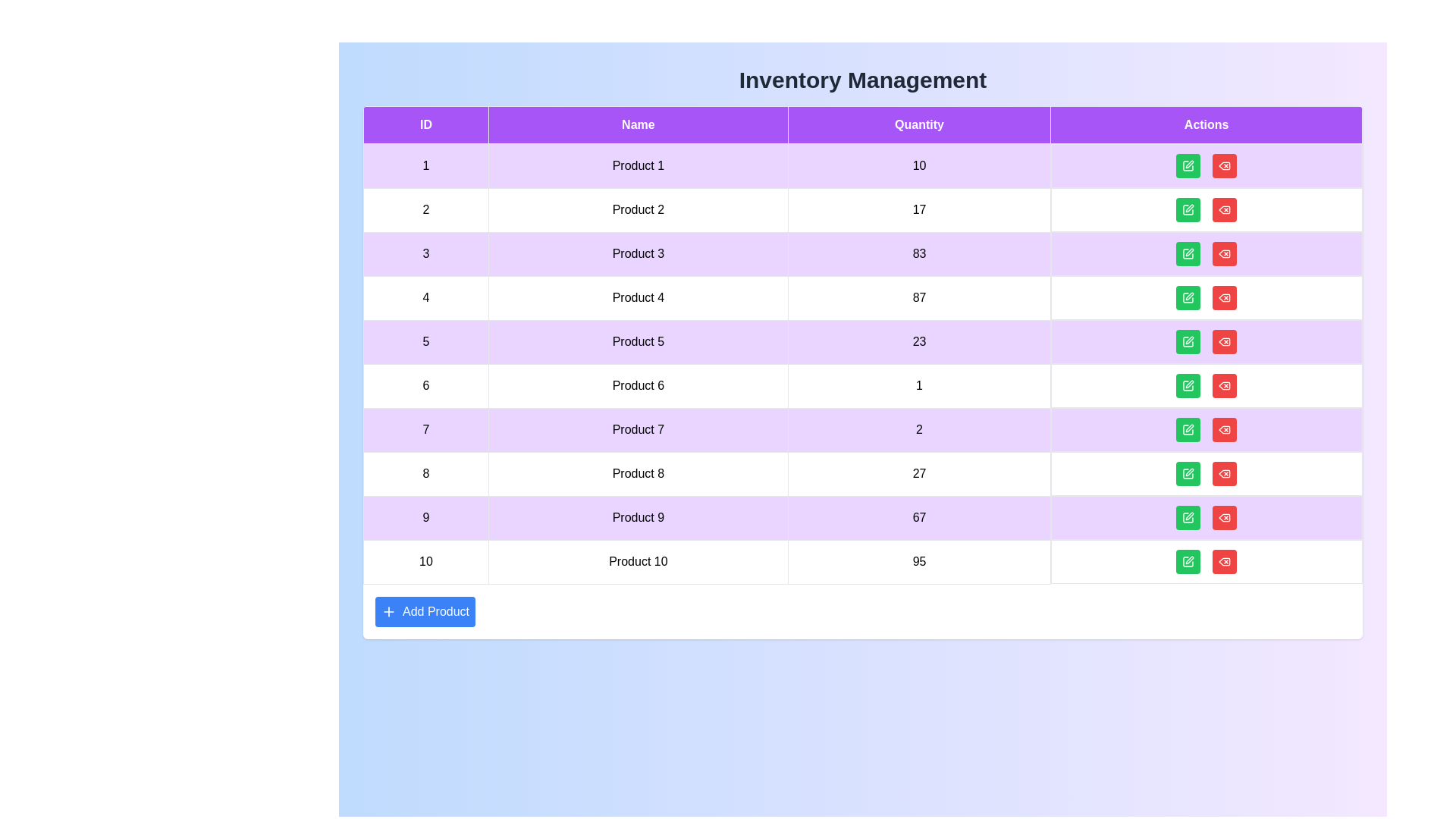 Image resolution: width=1456 pixels, height=819 pixels. I want to click on the header of the column Actions to sort the table by that column, so click(1205, 124).